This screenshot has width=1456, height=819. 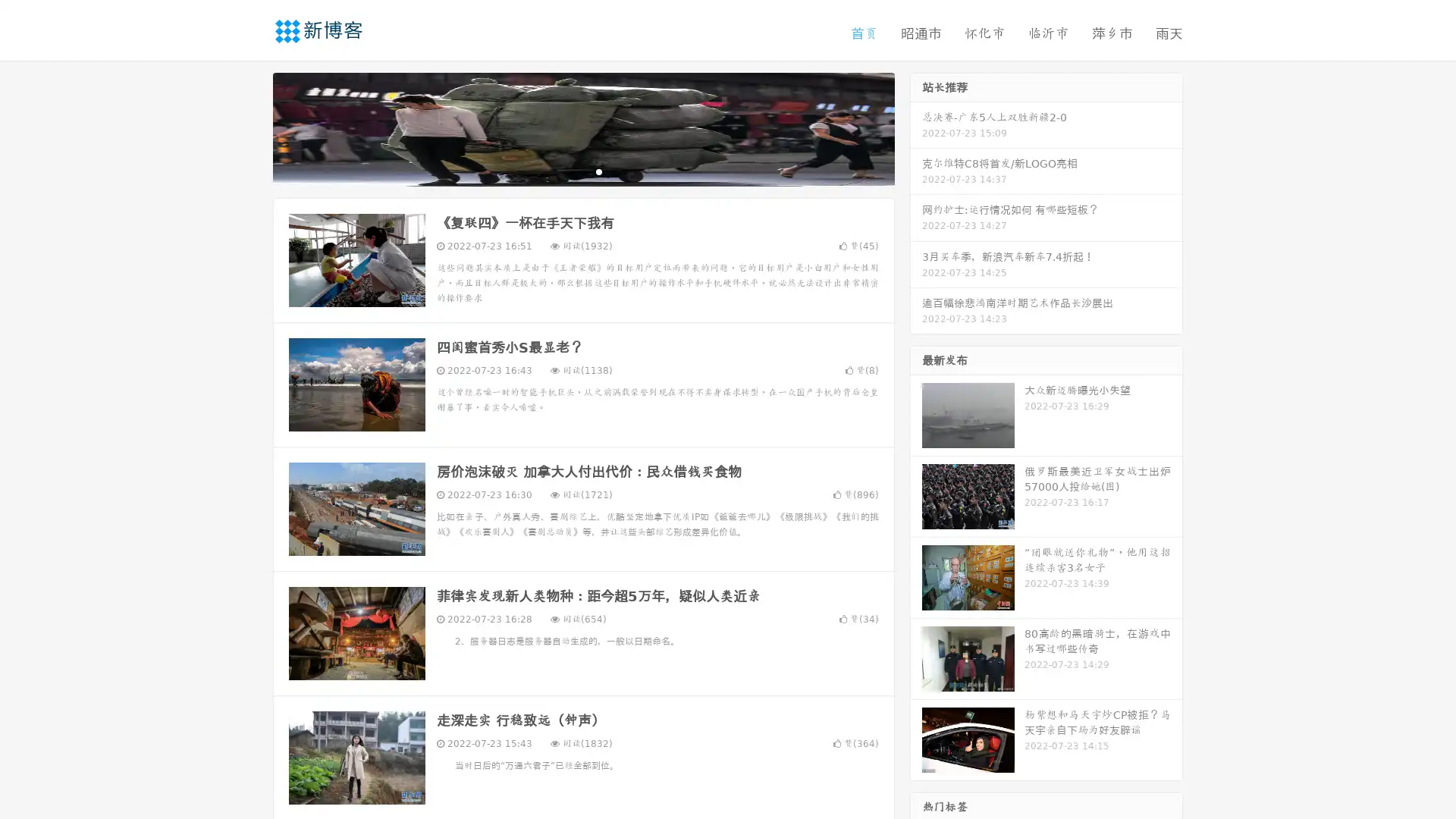 I want to click on Go to slide 2, so click(x=582, y=171).